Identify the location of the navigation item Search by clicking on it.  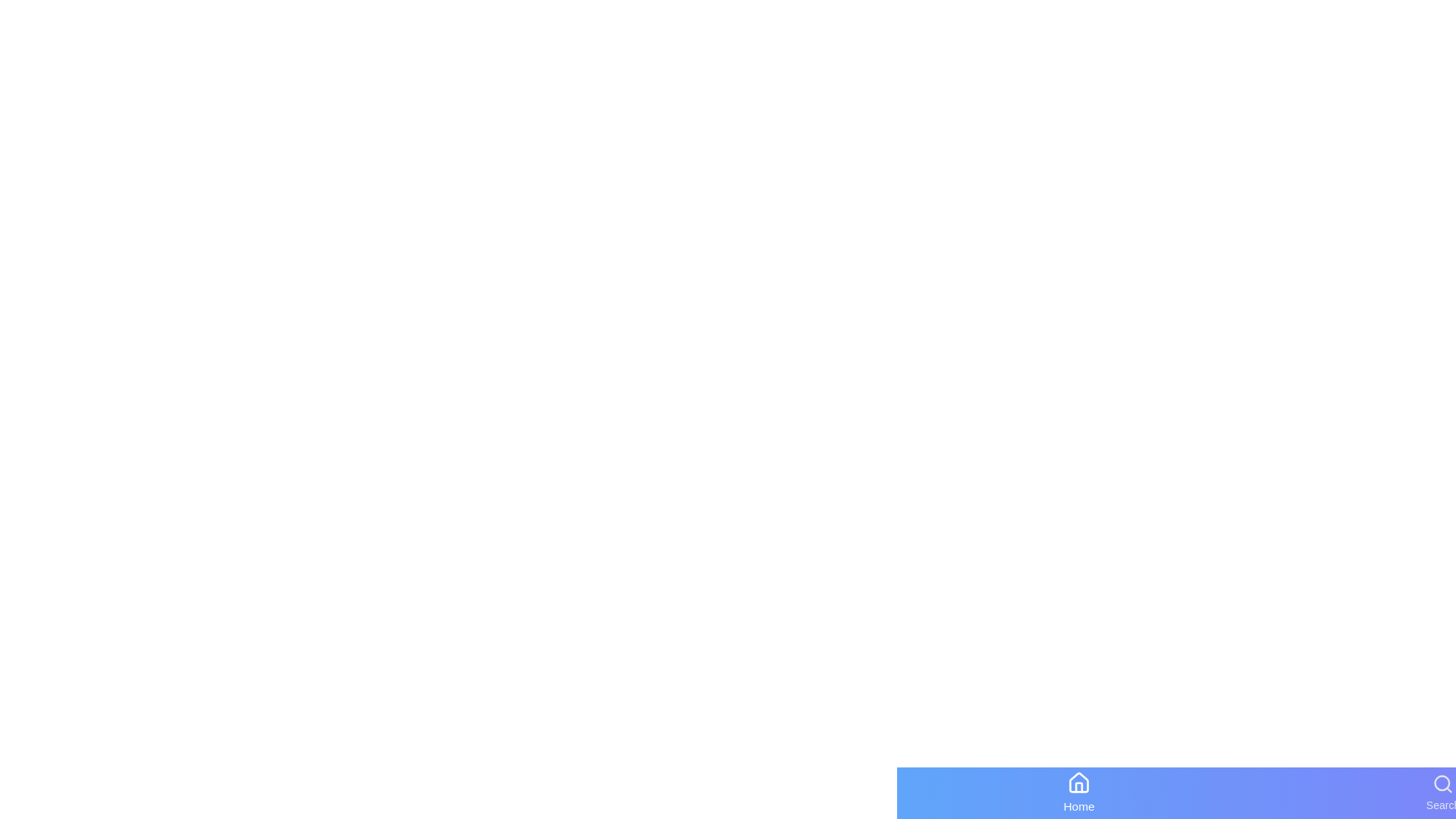
(1442, 792).